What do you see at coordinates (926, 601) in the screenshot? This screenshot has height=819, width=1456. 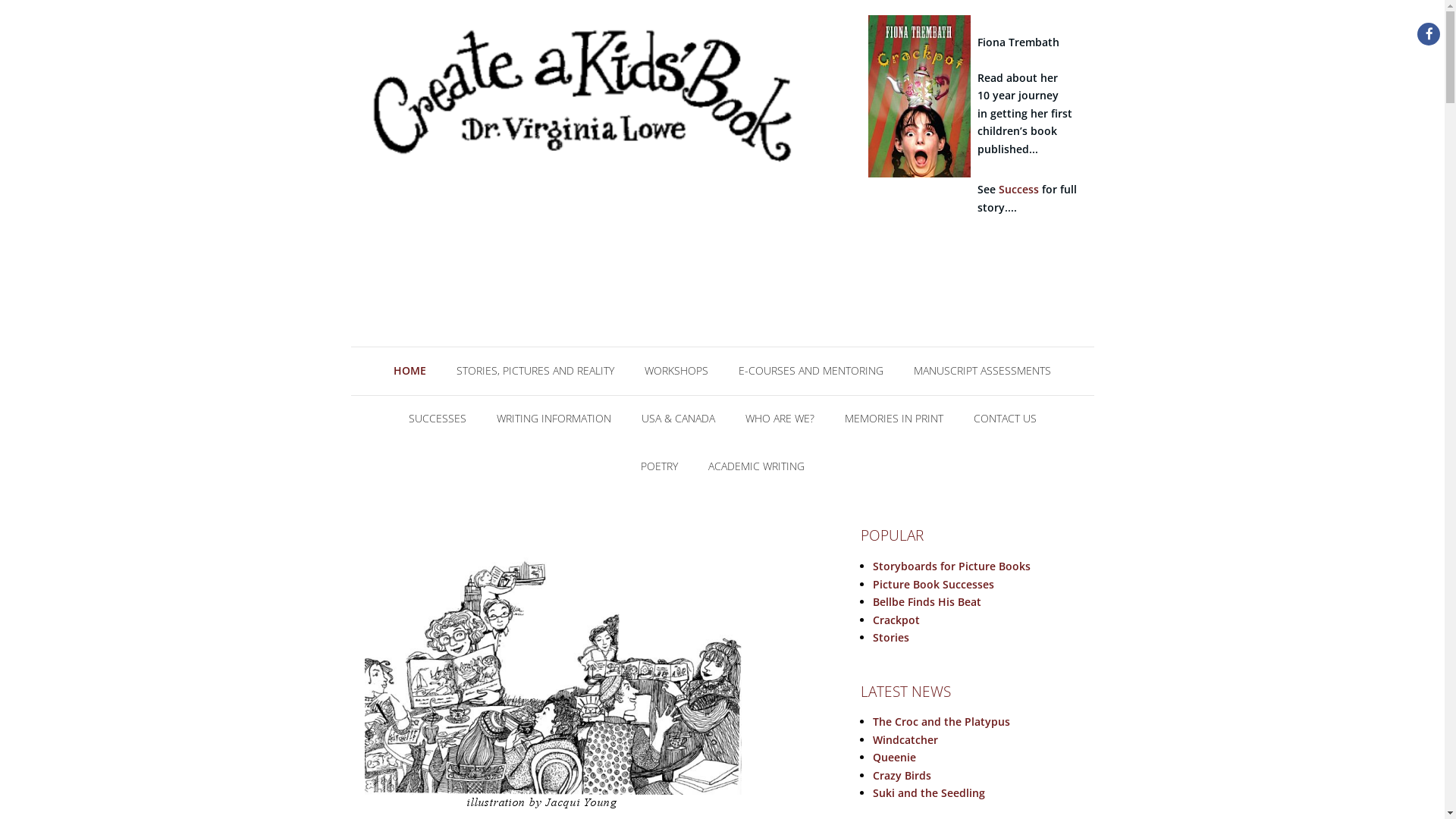 I see `'Bellbe Finds His Beat'` at bounding box center [926, 601].